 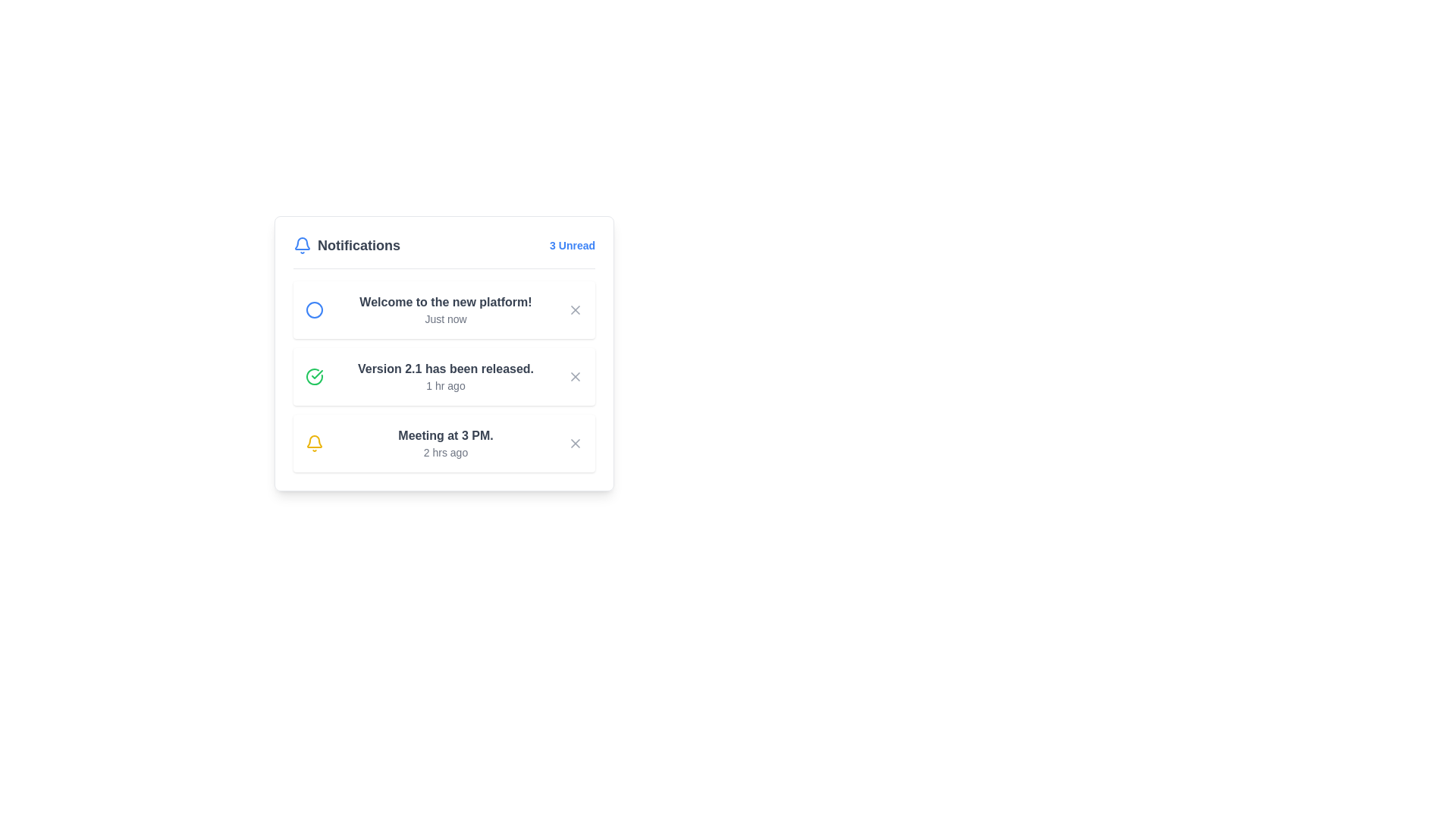 I want to click on the Text Label with Icon indicating the notifications section, located at the top-left corner of the notification panel, so click(x=346, y=245).